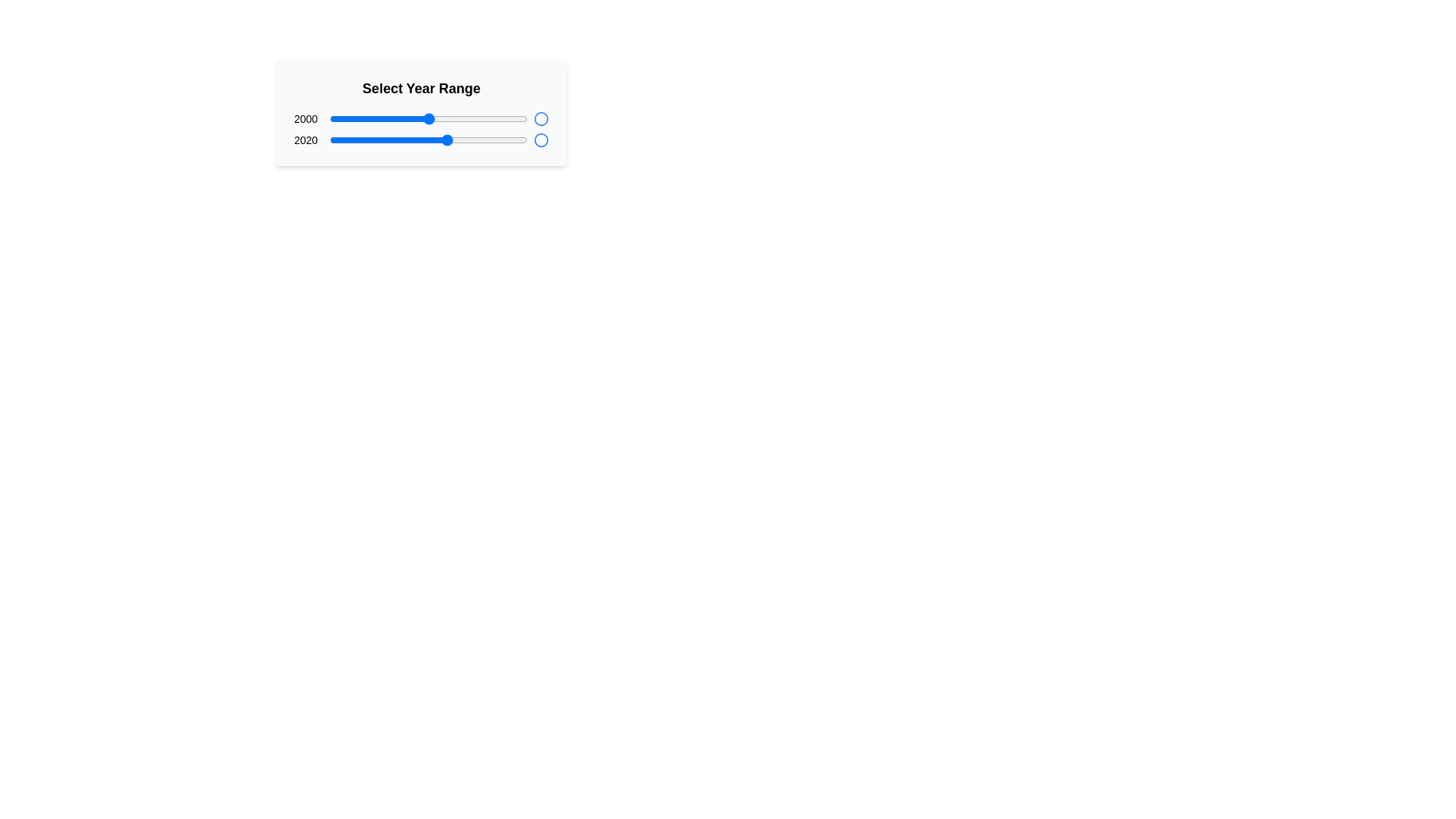 The height and width of the screenshot is (819, 1456). I want to click on the range slider located in the 'Select Year Range' card, which is adjusted to the value '2000', so click(422, 118).